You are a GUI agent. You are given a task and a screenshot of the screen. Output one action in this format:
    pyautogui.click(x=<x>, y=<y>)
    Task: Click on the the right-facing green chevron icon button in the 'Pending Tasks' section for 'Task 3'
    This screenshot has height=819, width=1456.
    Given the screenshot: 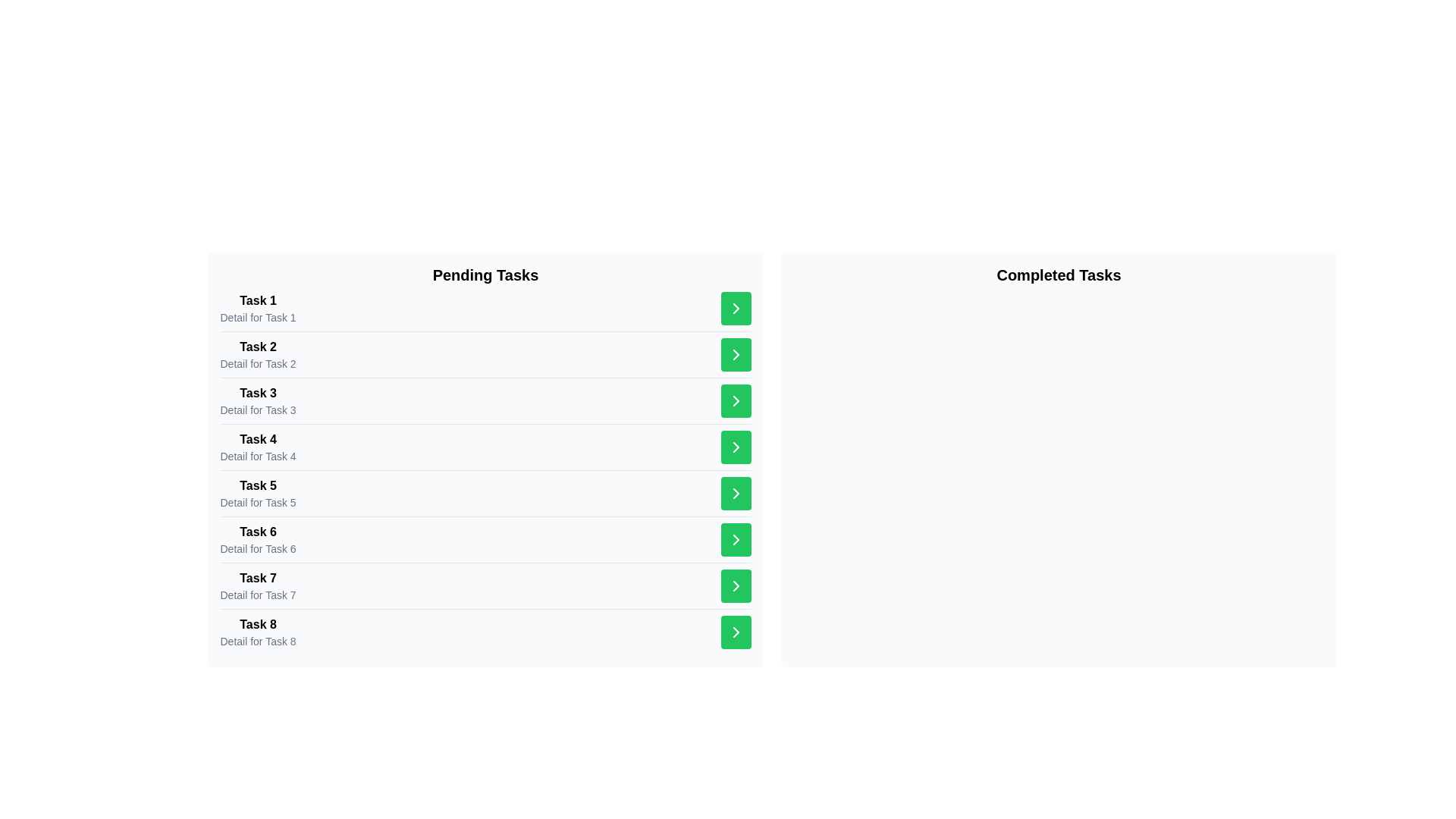 What is the action you would take?
    pyautogui.click(x=736, y=354)
    